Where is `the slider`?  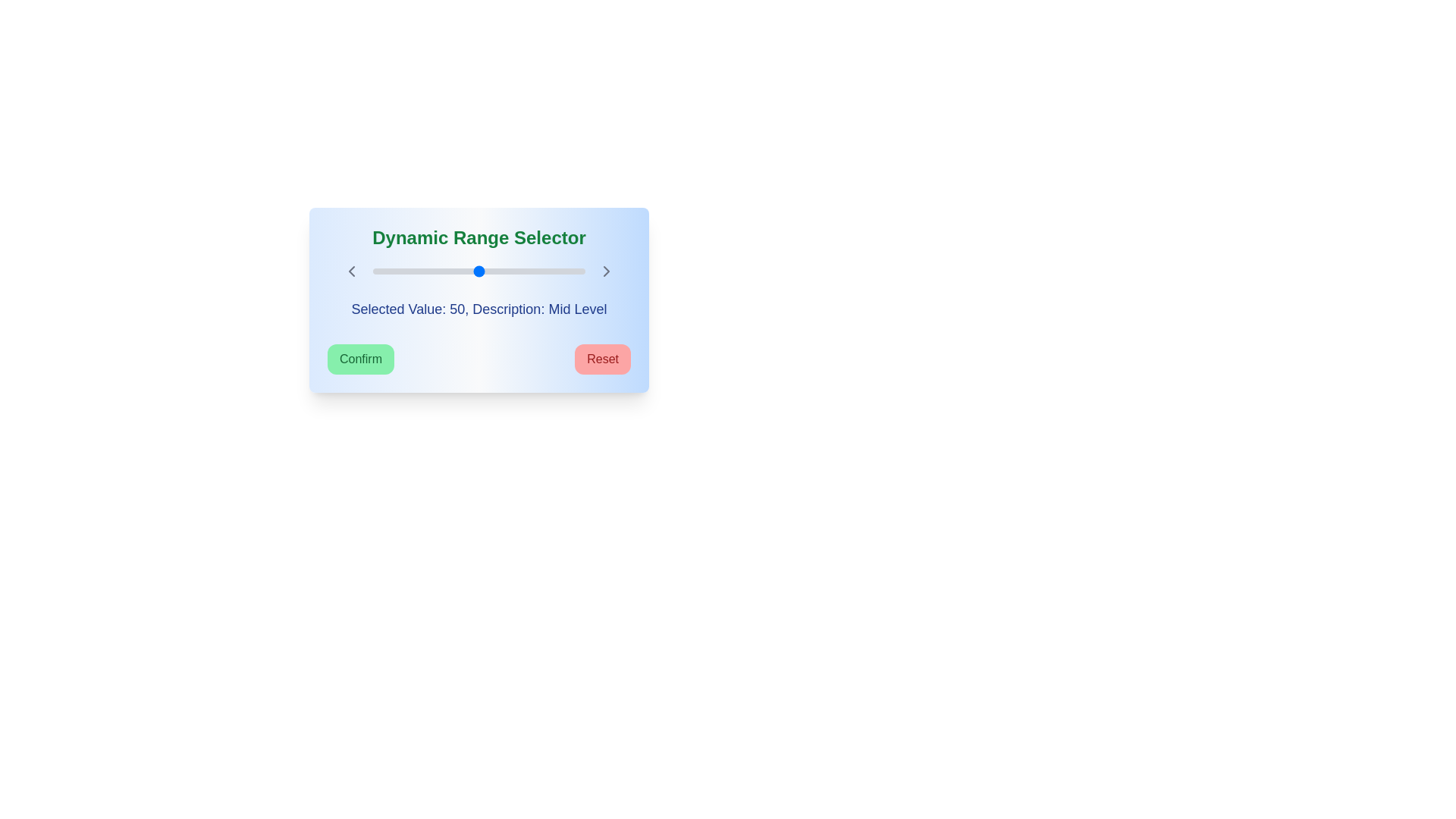 the slider is located at coordinates (442, 271).